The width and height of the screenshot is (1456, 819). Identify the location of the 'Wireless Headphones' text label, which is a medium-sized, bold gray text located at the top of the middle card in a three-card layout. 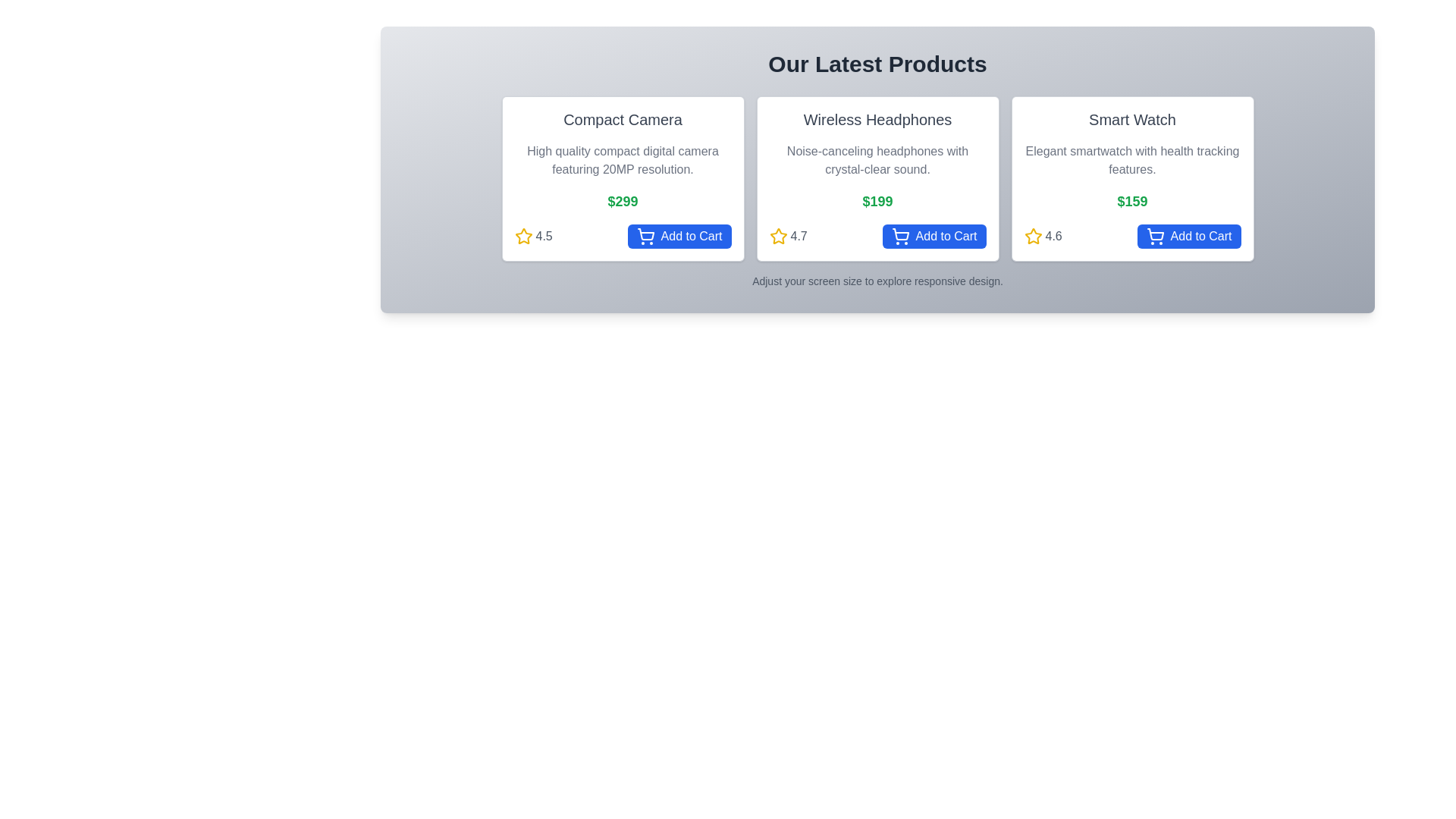
(877, 119).